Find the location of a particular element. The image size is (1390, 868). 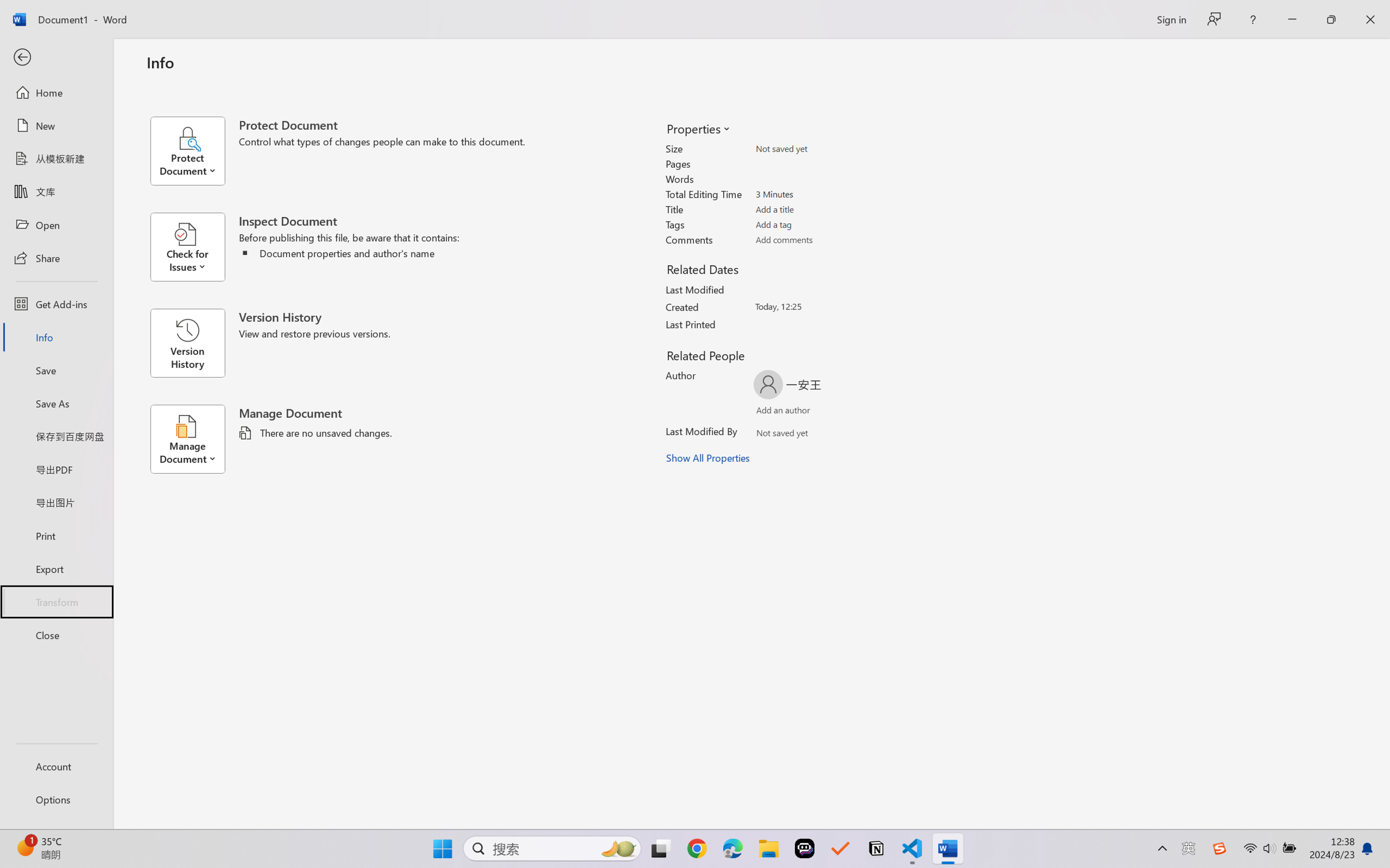

'Add an author' is located at coordinates (772, 412).